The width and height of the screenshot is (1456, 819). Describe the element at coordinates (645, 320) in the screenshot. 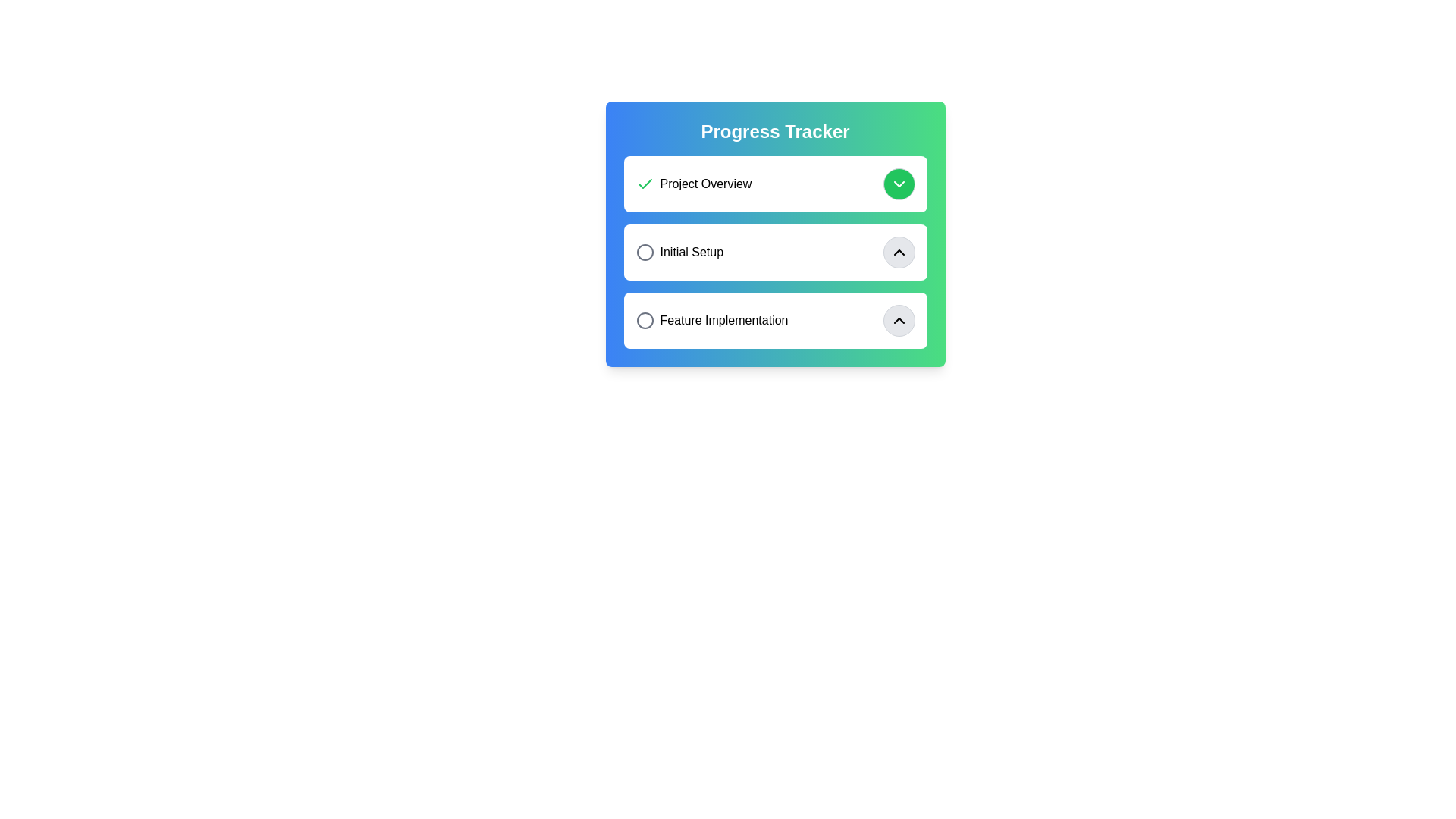

I see `the circular indicator for the 'Feature Implementation' task in the progress tracker` at that location.